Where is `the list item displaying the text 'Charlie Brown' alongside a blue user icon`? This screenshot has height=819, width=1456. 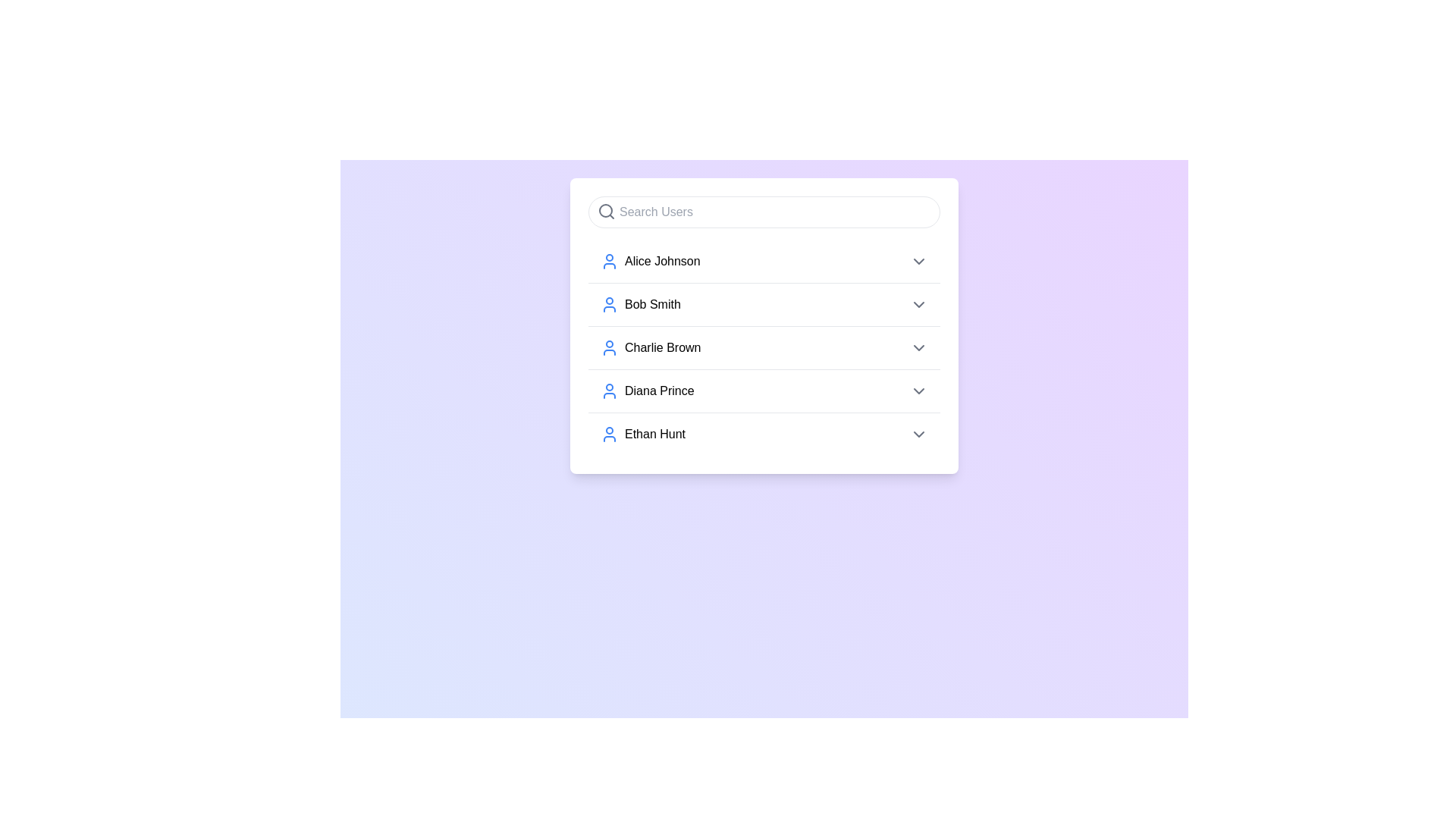
the list item displaying the text 'Charlie Brown' alongside a blue user icon is located at coordinates (651, 348).